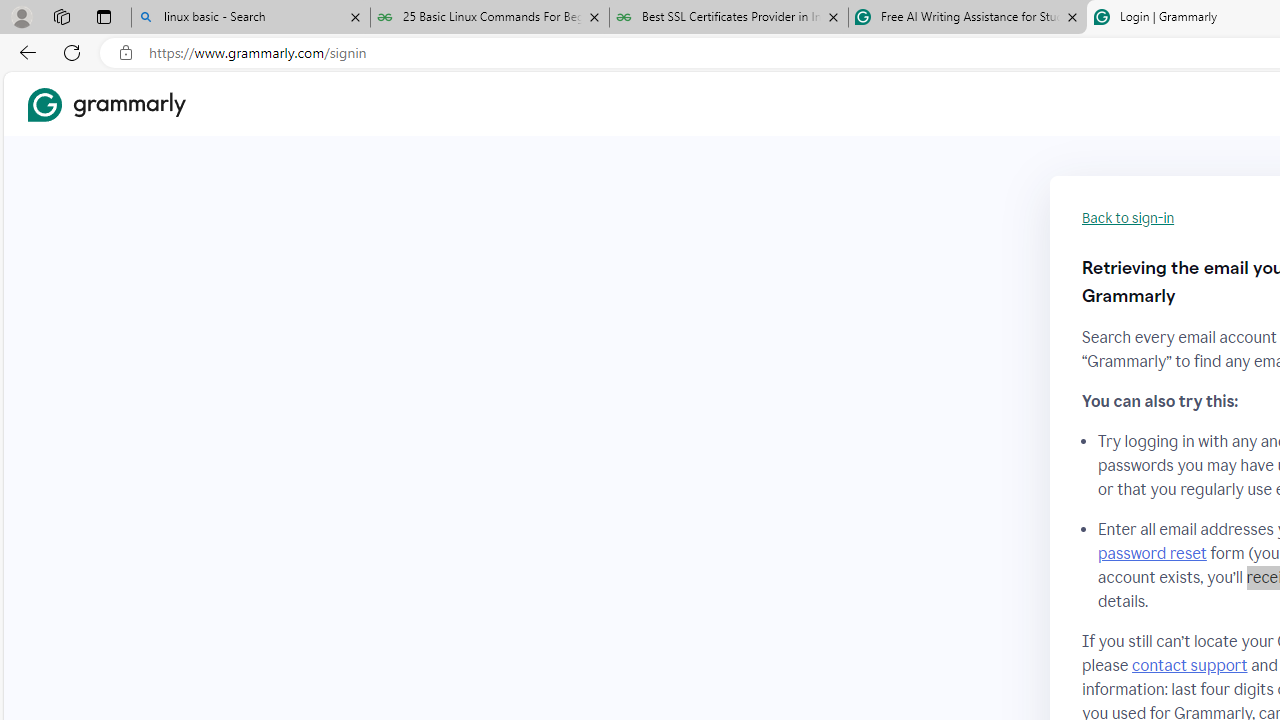 The width and height of the screenshot is (1280, 720). Describe the element at coordinates (728, 17) in the screenshot. I see `'Best SSL Certificates Provider in India - GeeksforGeeks'` at that location.